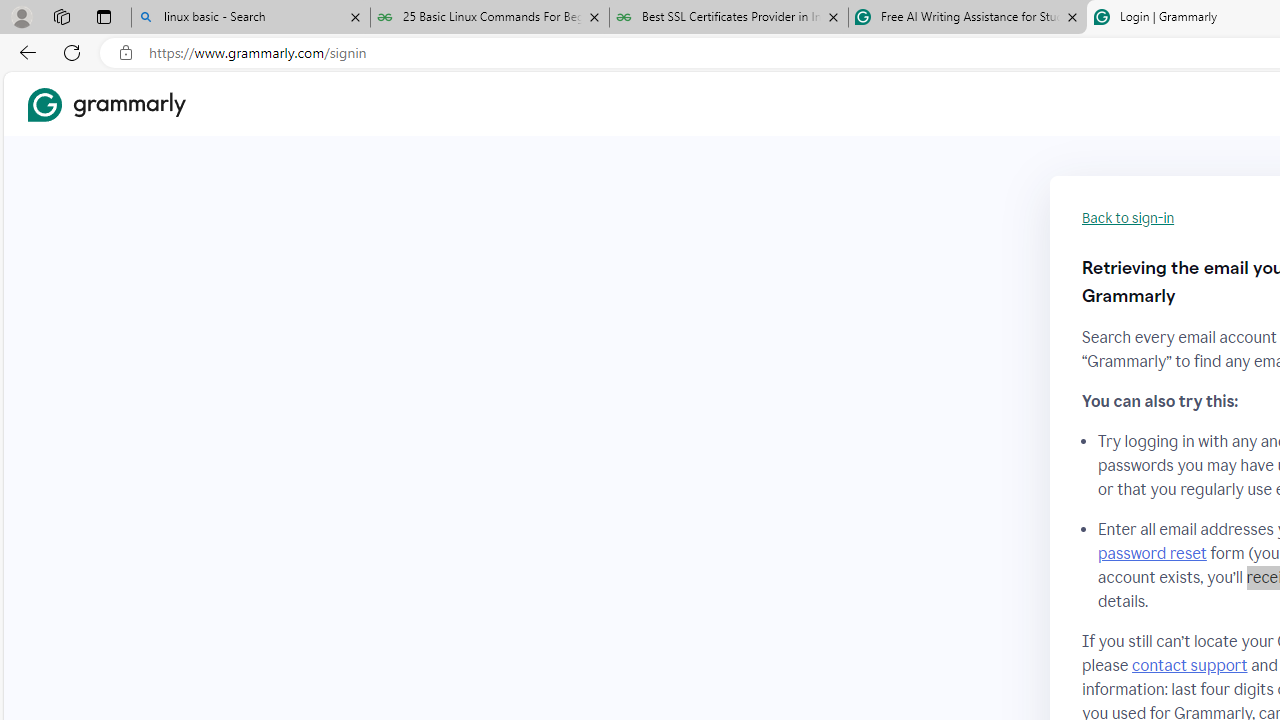 The width and height of the screenshot is (1280, 720). Describe the element at coordinates (728, 17) in the screenshot. I see `'Best SSL Certificates Provider in India - GeeksforGeeks'` at that location.